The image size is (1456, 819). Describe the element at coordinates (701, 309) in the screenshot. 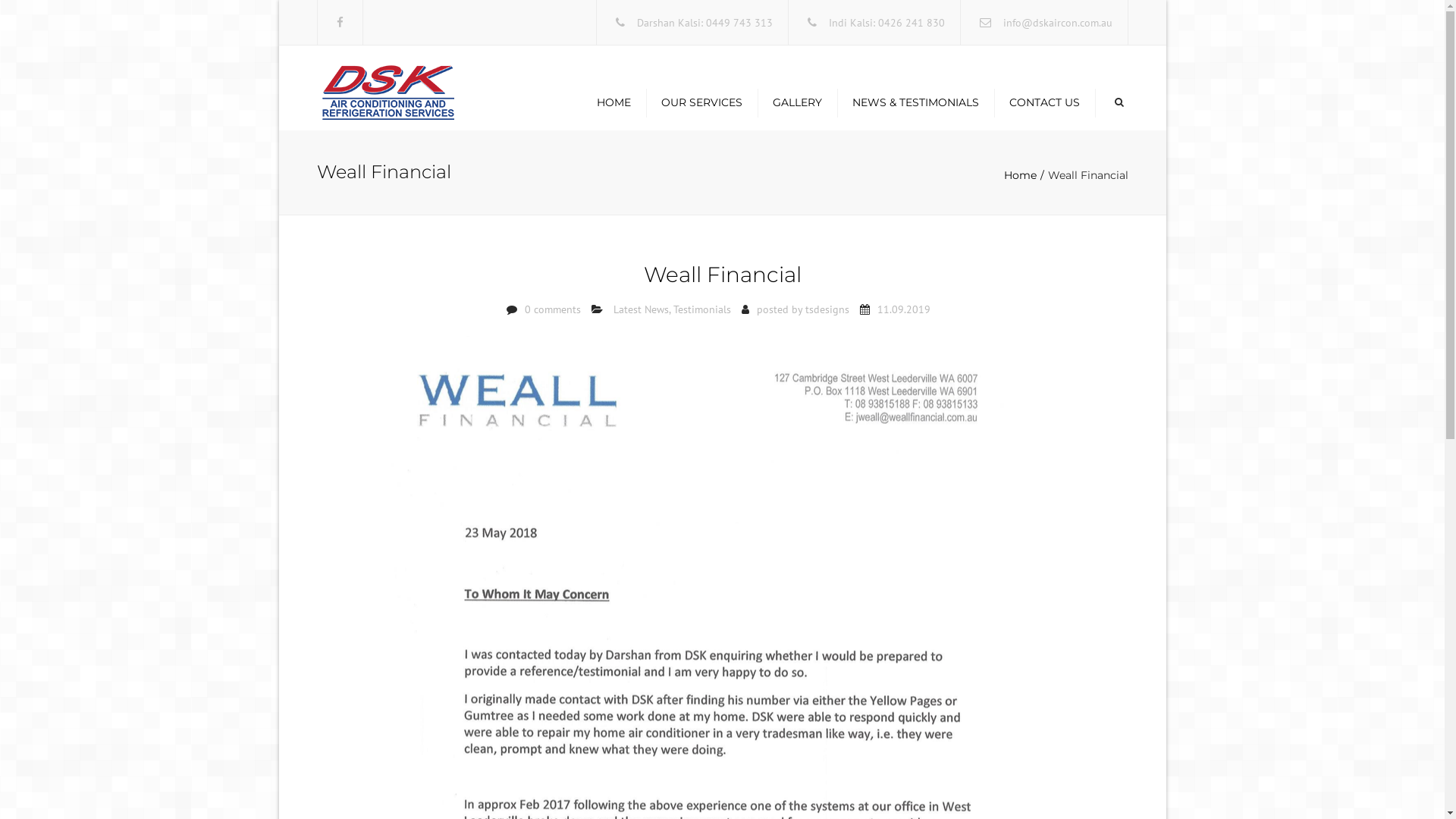

I see `'Testimonials'` at that location.